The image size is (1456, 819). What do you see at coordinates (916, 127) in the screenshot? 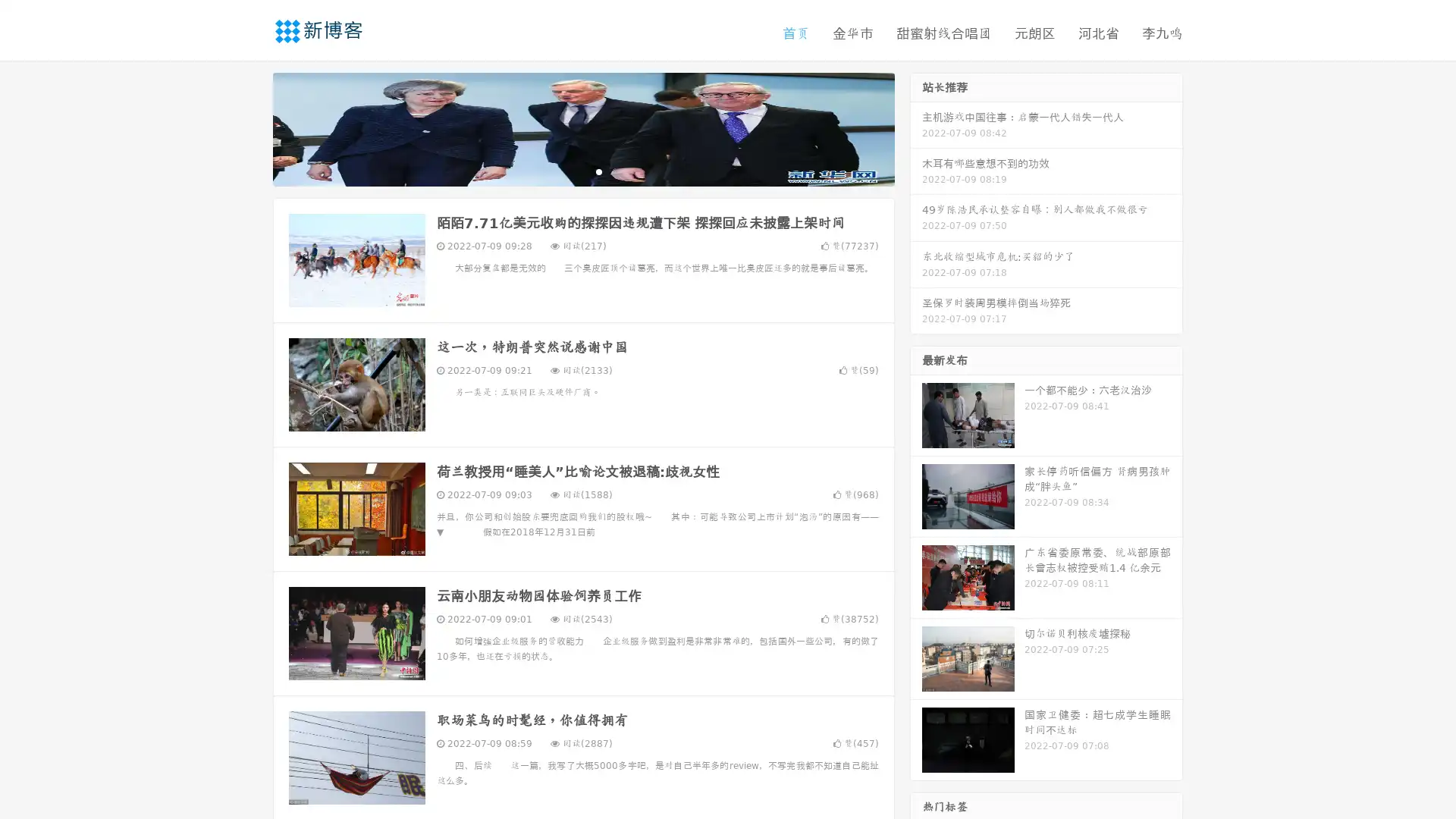
I see `Next slide` at bounding box center [916, 127].